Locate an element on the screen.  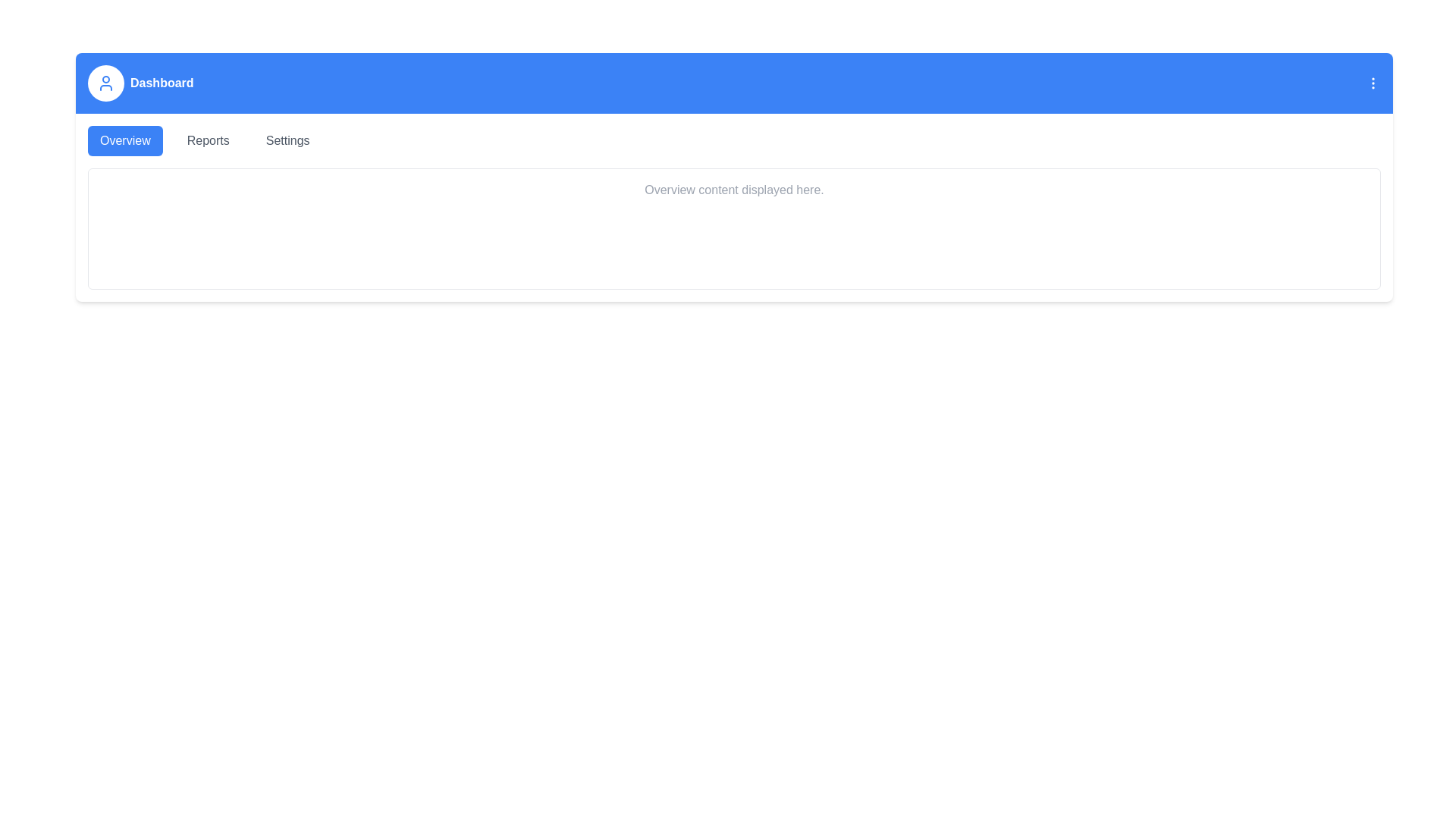
the Text Label indicating the current section or page of the interface, located within the top-left section of the blue header bar, adjacent to a circular icon and part of the group that includes a user symbol icon and the word 'Dashboard' is located at coordinates (140, 83).